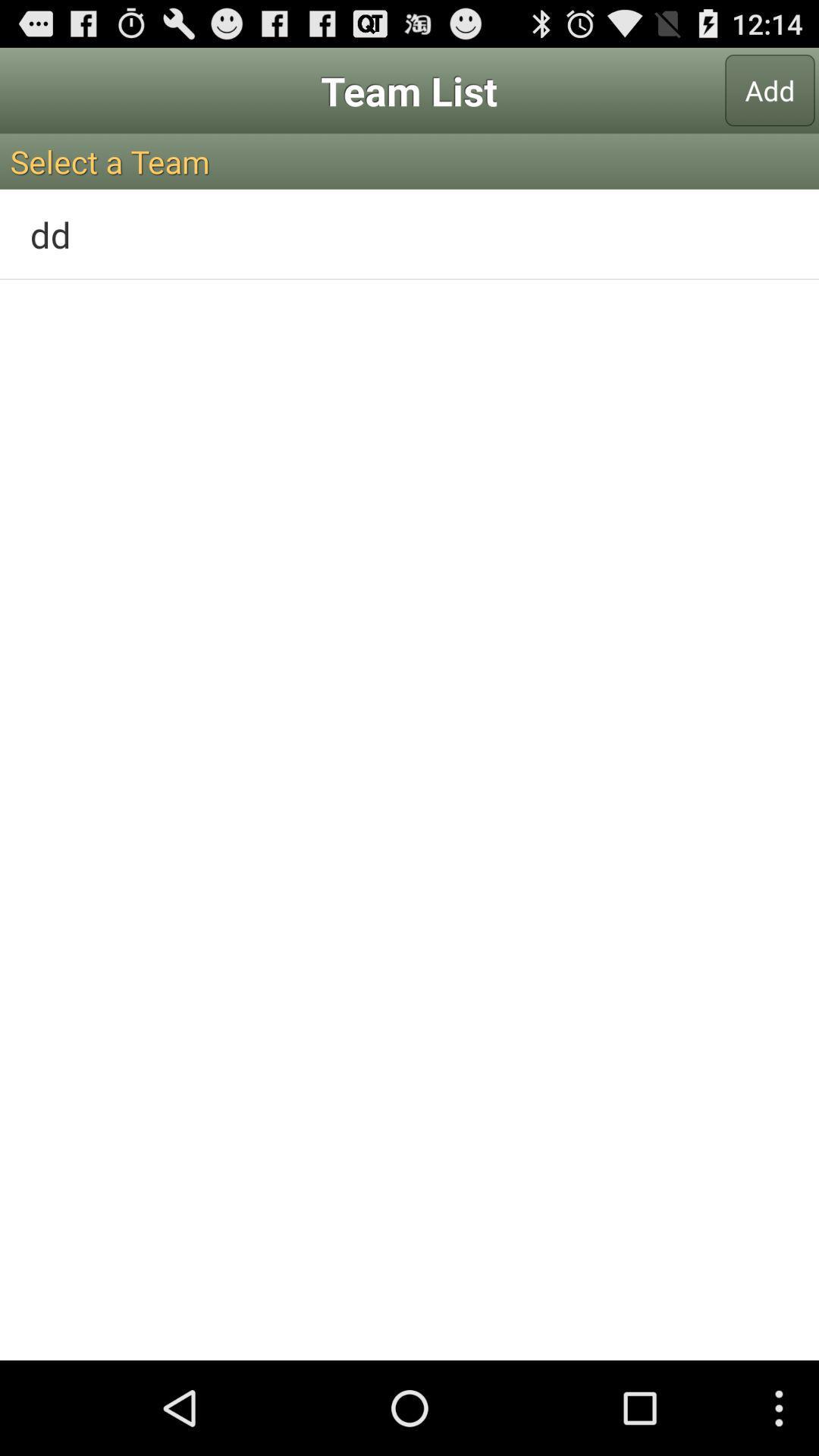 This screenshot has height=1456, width=819. Describe the element at coordinates (409, 234) in the screenshot. I see `the dd` at that location.